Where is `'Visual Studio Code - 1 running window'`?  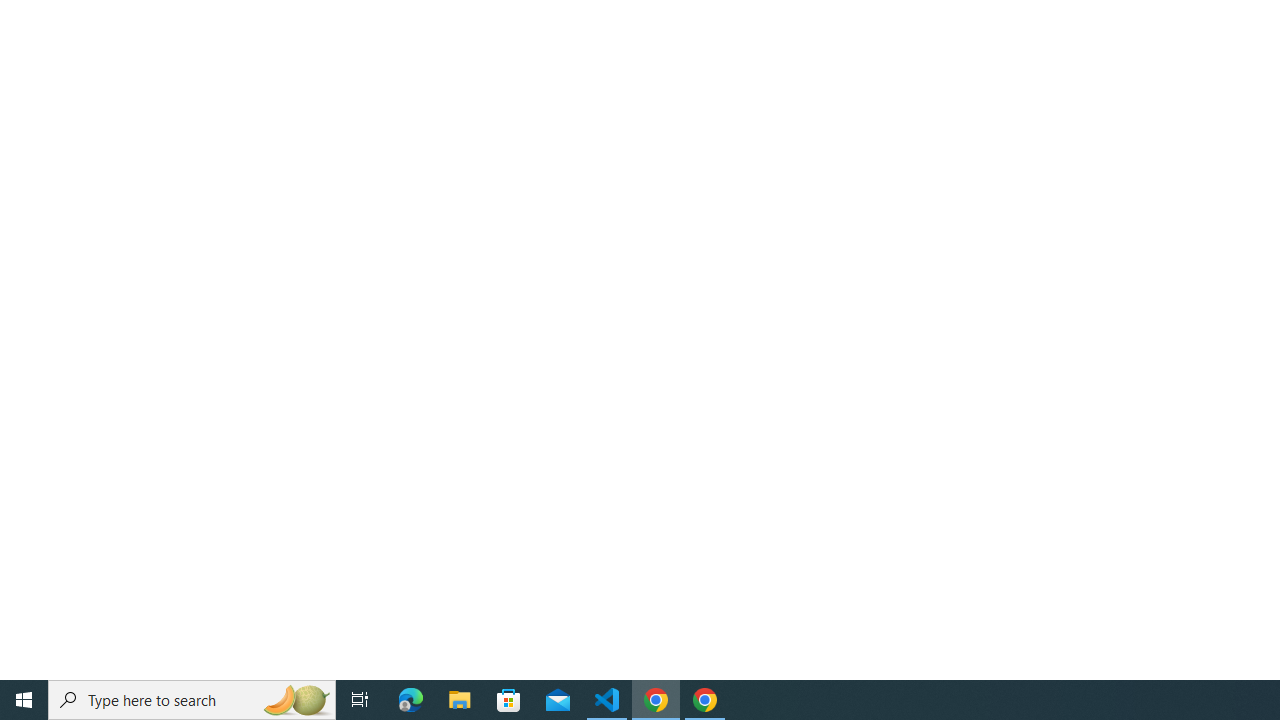 'Visual Studio Code - 1 running window' is located at coordinates (606, 698).